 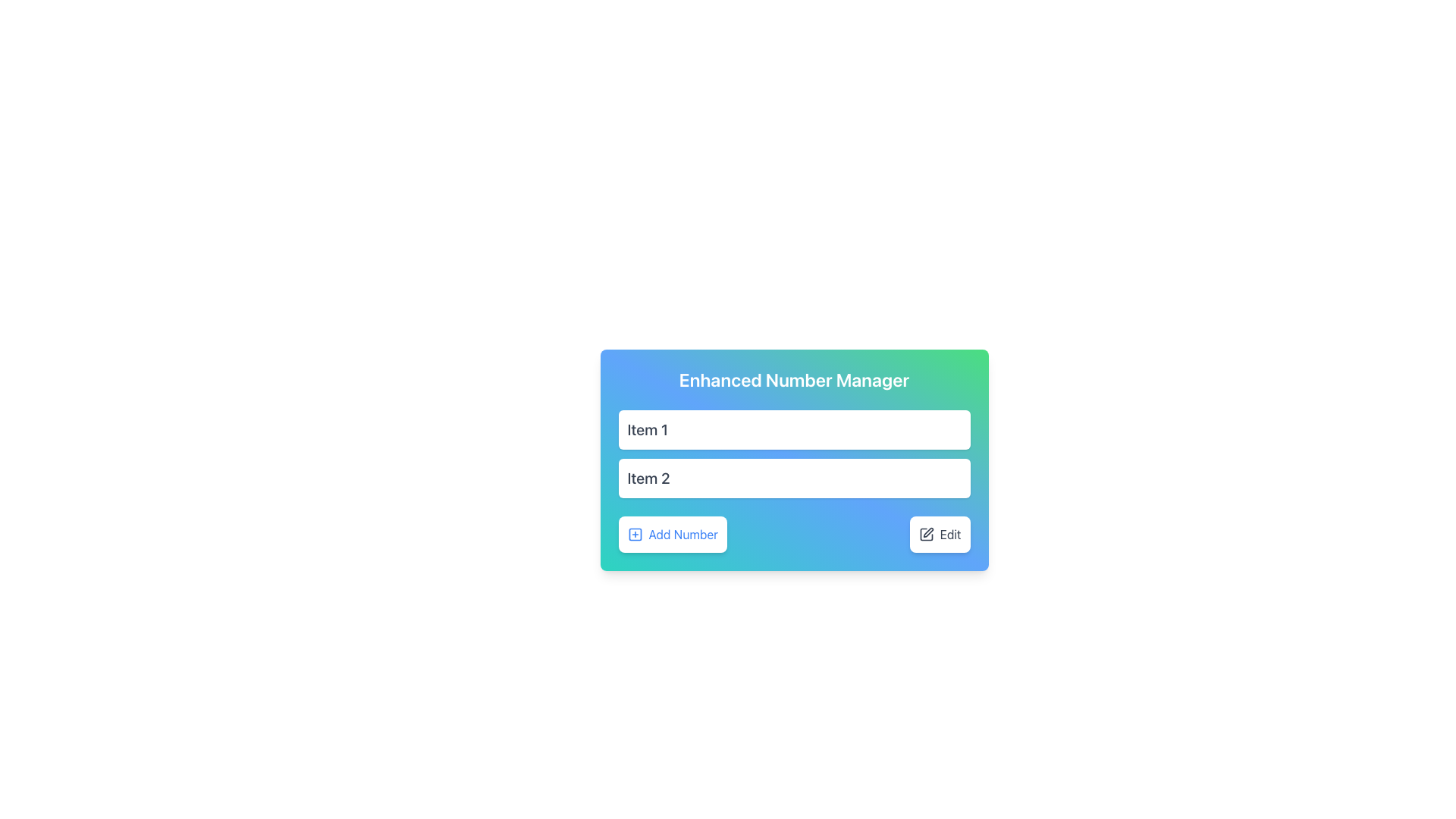 I want to click on the second button in the lower-right corner of the 'Enhanced Number Manager' card, so click(x=939, y=534).